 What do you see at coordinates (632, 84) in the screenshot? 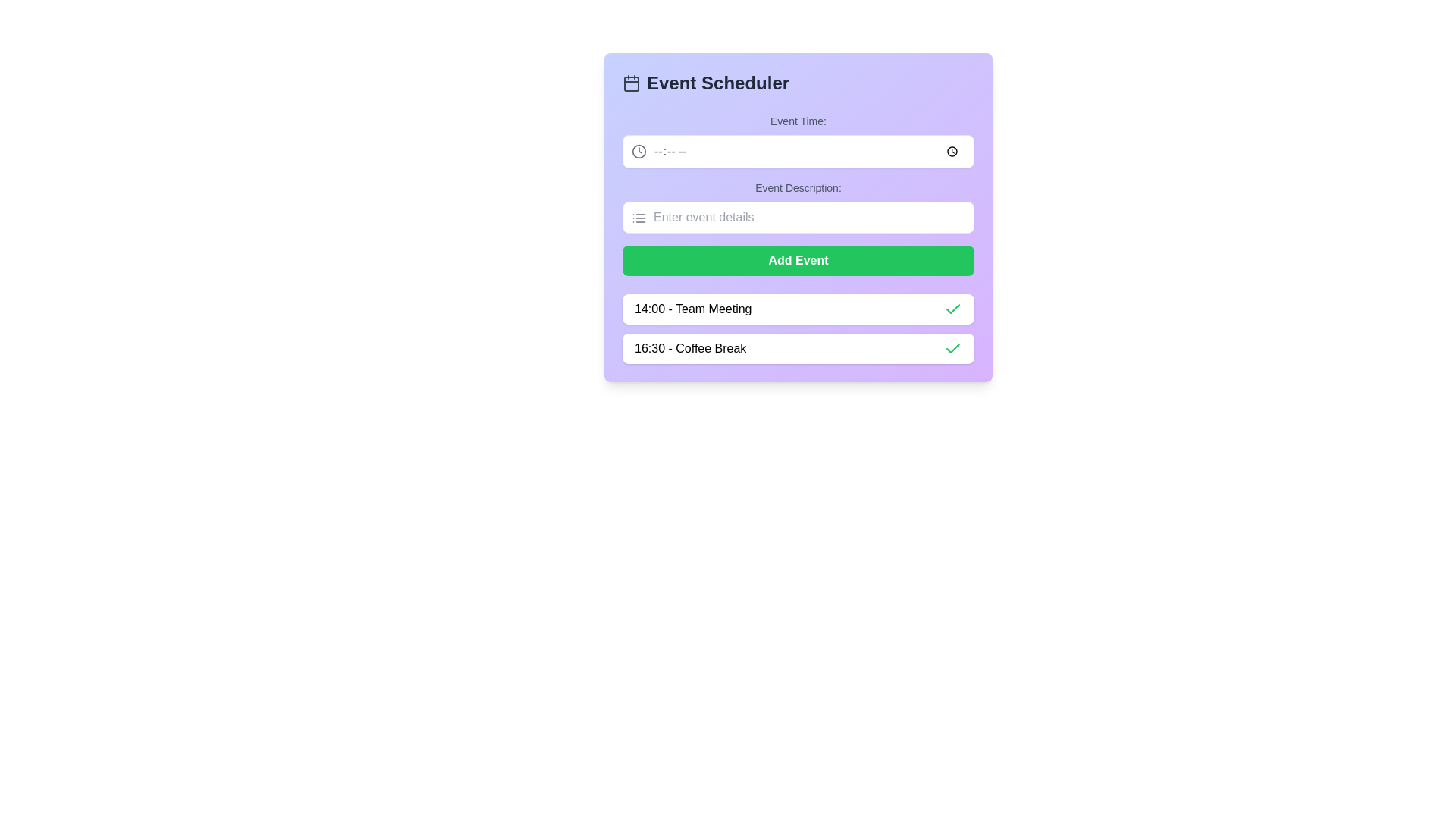
I see `the decorative or functional part of the calendar icon located in the top-left corner of the main form header, next to the 'Event Scheduler' text` at bounding box center [632, 84].